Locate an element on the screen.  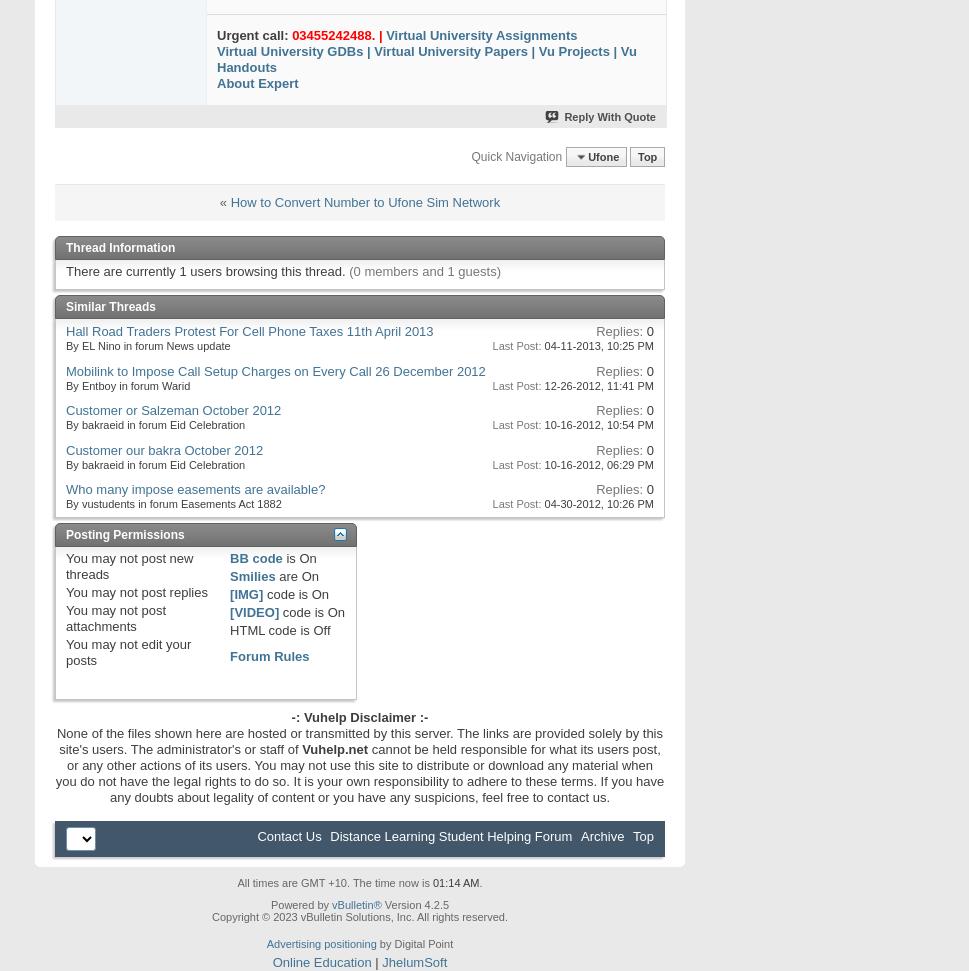
'By Entboy in forum Warid' is located at coordinates (128, 384).